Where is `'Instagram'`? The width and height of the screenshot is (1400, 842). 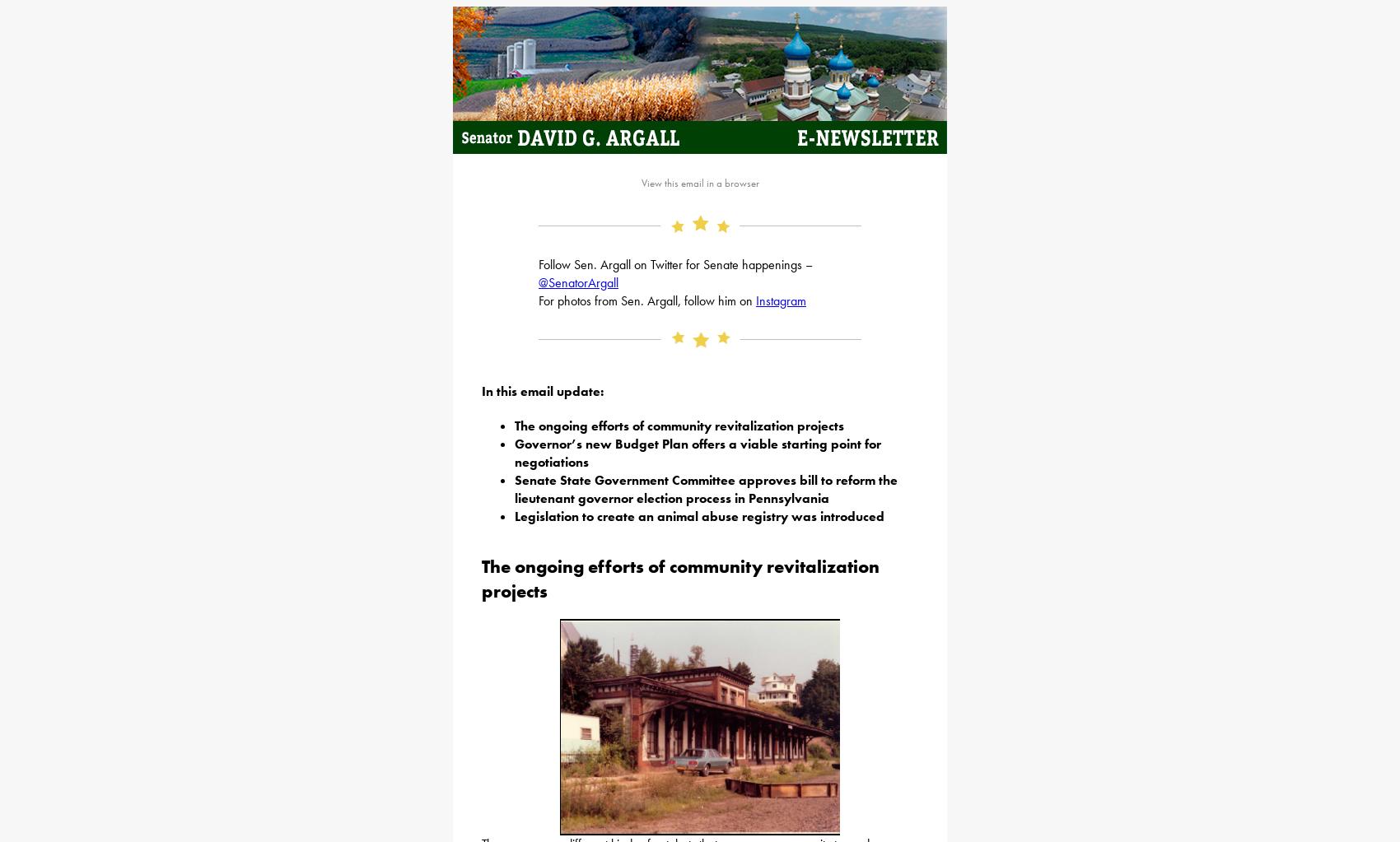 'Instagram' is located at coordinates (781, 300).